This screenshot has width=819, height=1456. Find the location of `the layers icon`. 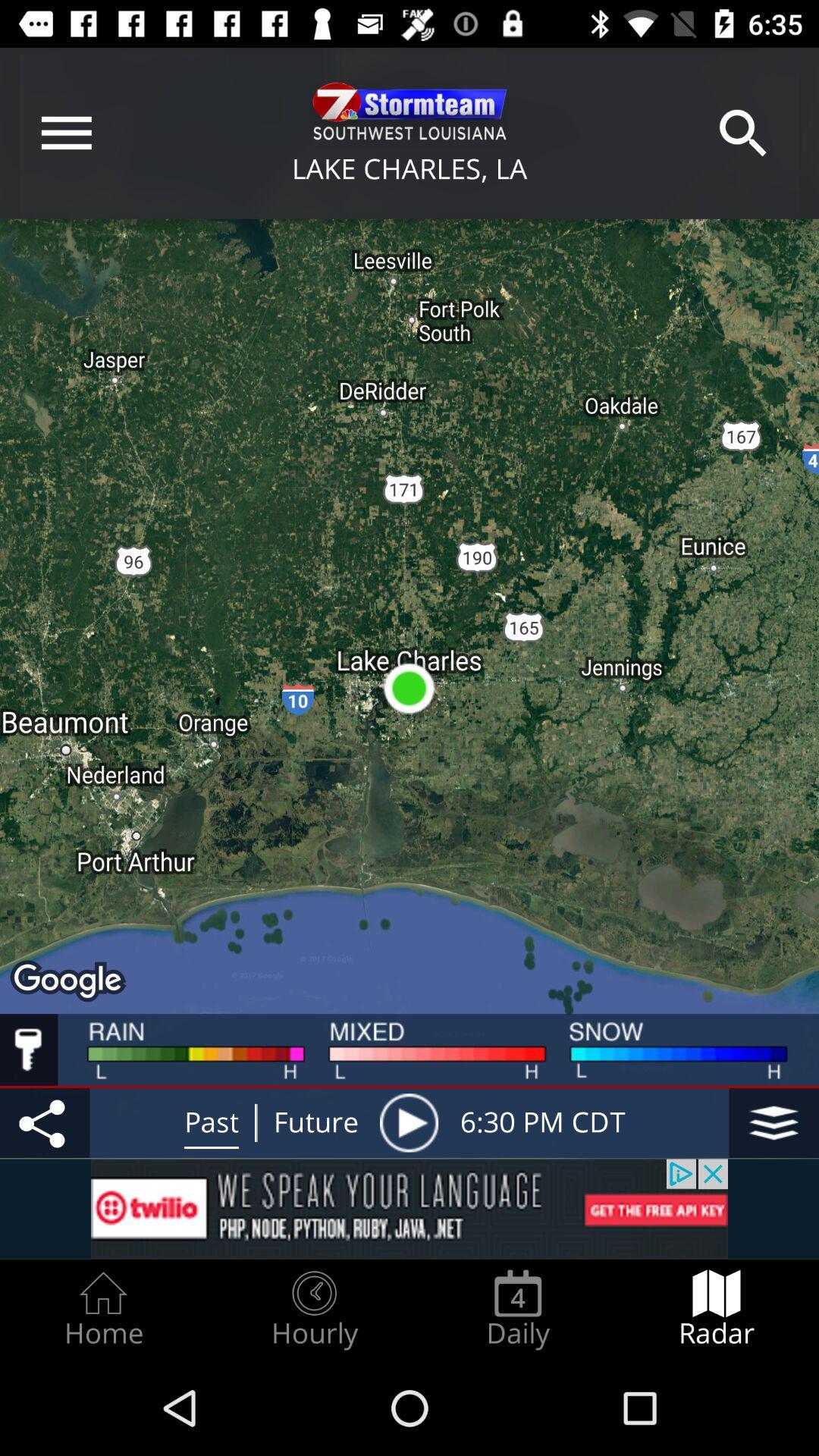

the layers icon is located at coordinates (773, 1122).